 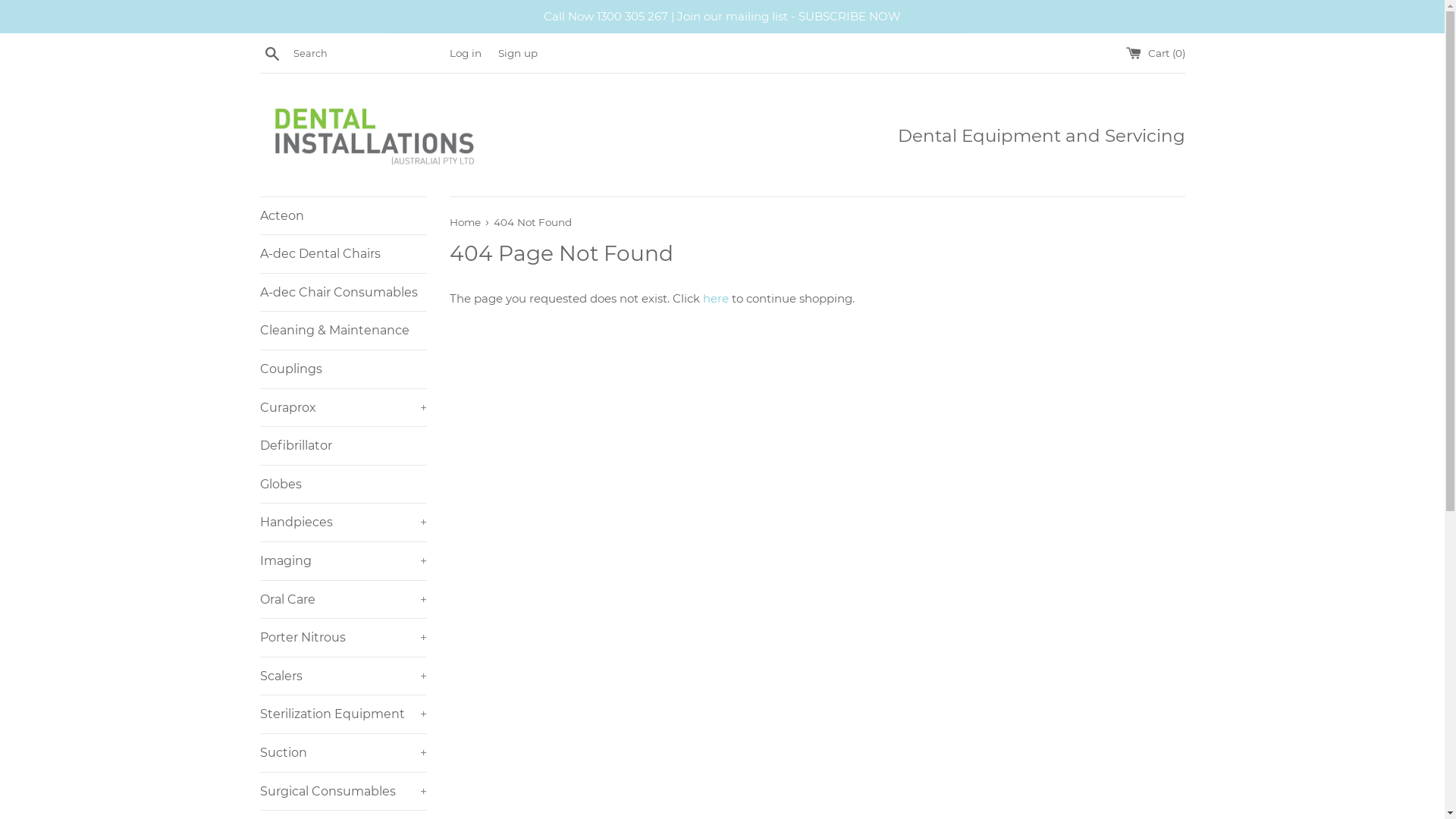 I want to click on 'Defibrillator', so click(x=341, y=444).